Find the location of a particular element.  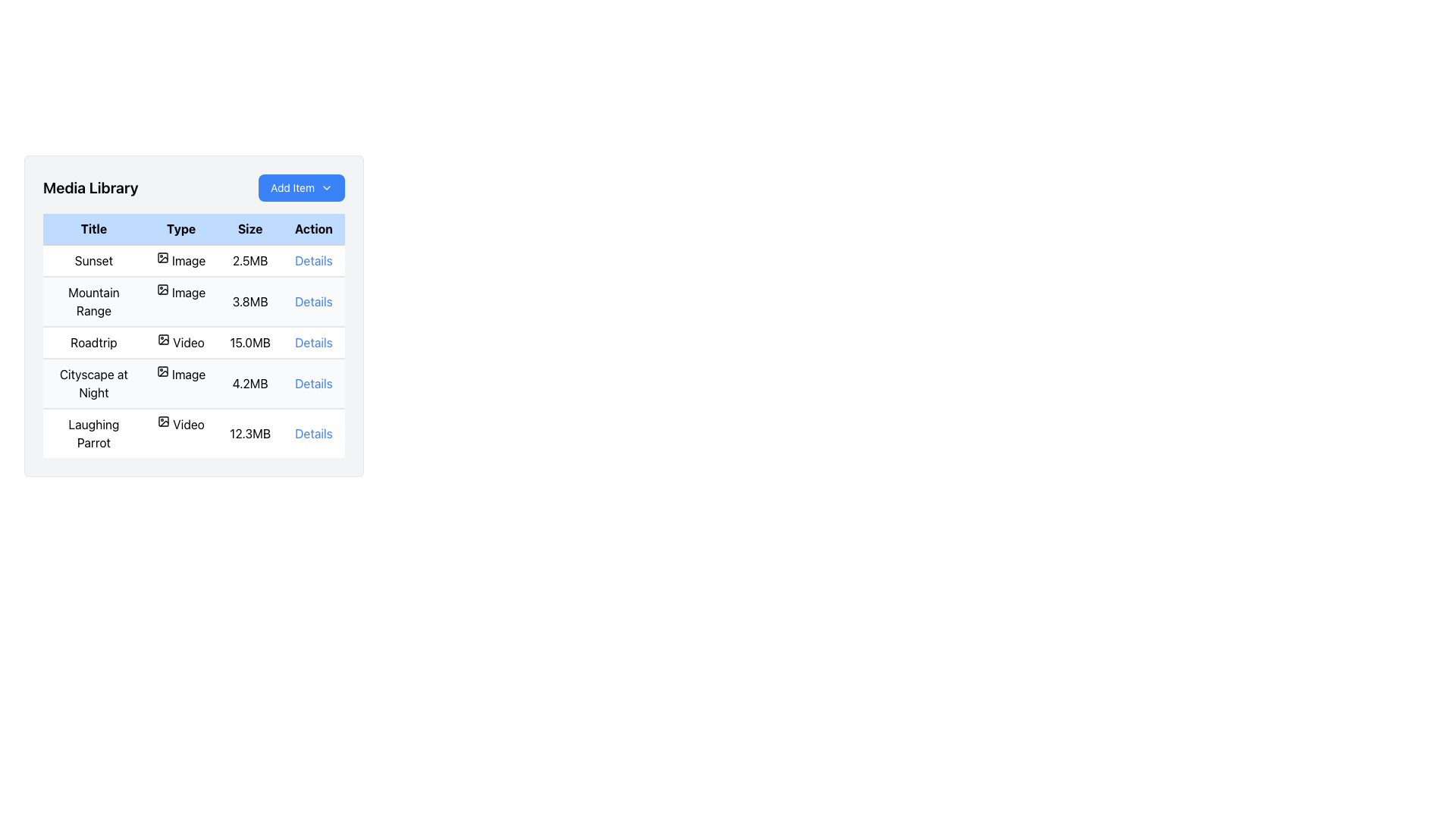

the text label indicating the media file type 'Image' located in the row for 'Cityscape at Night' under the 'Type' column is located at coordinates (181, 374).